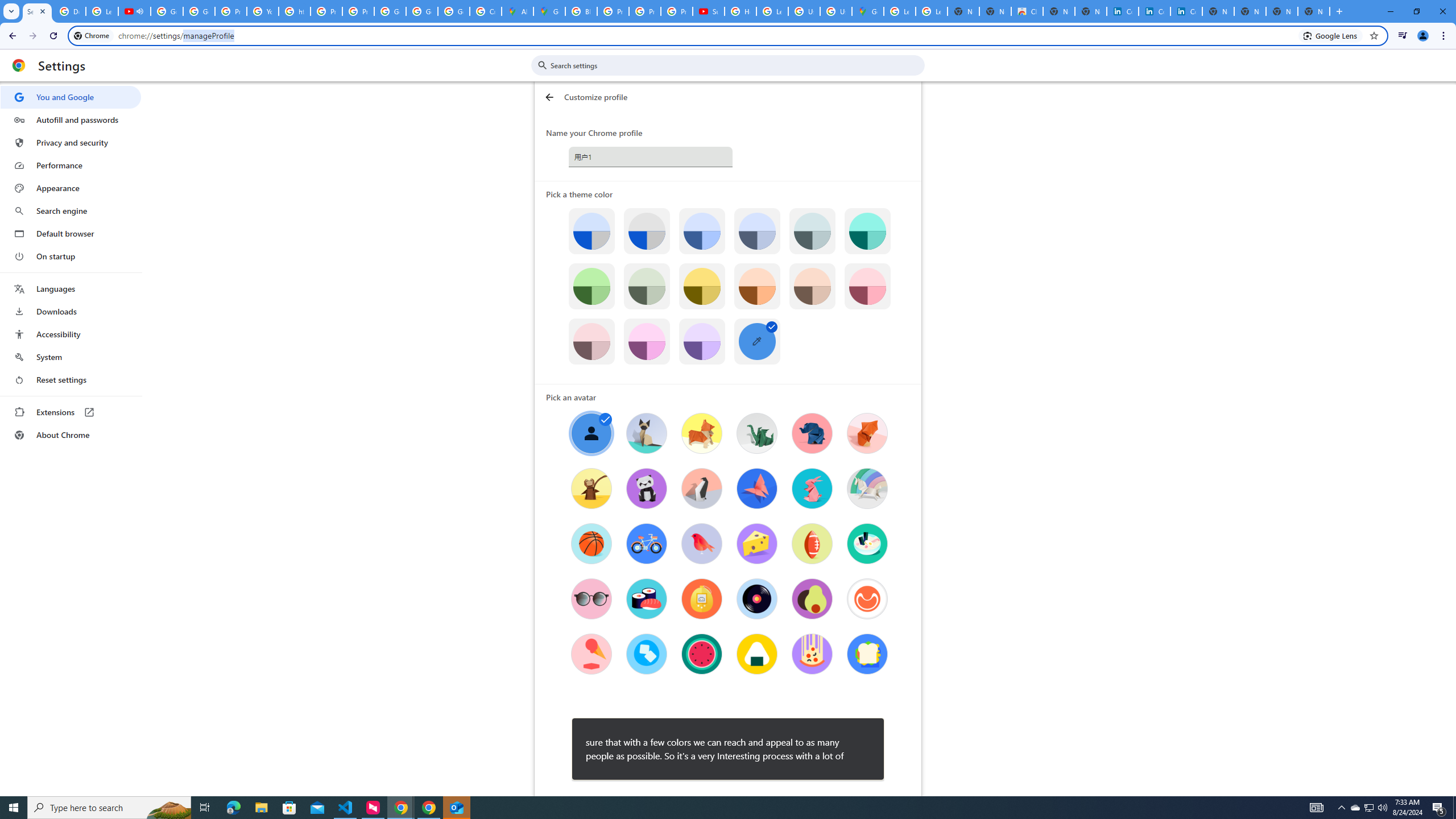 The image size is (1456, 819). What do you see at coordinates (1123, 11) in the screenshot?
I see `'Cookie Policy | LinkedIn'` at bounding box center [1123, 11].